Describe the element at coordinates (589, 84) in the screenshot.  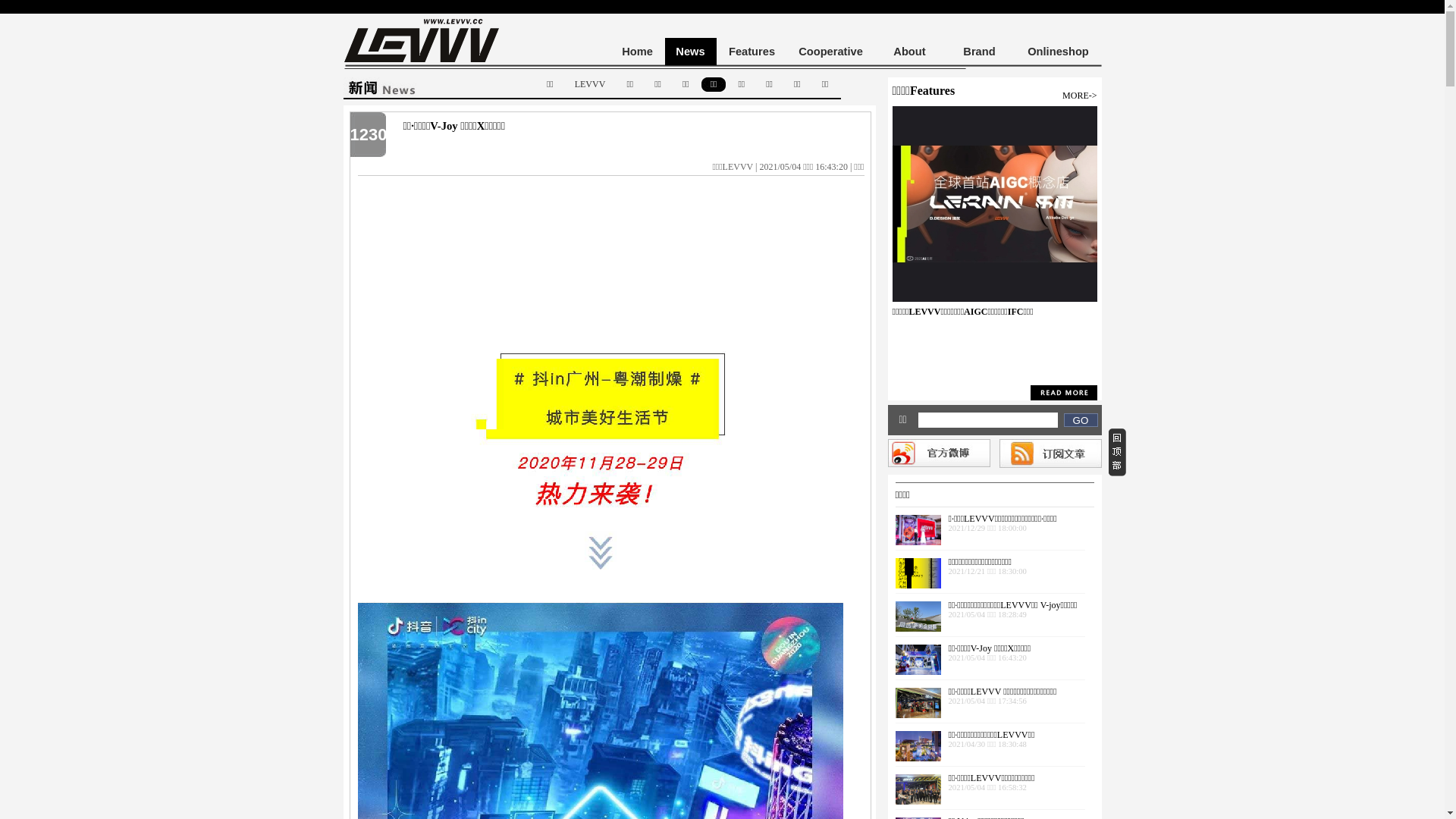
I see `'LEVVV'` at that location.